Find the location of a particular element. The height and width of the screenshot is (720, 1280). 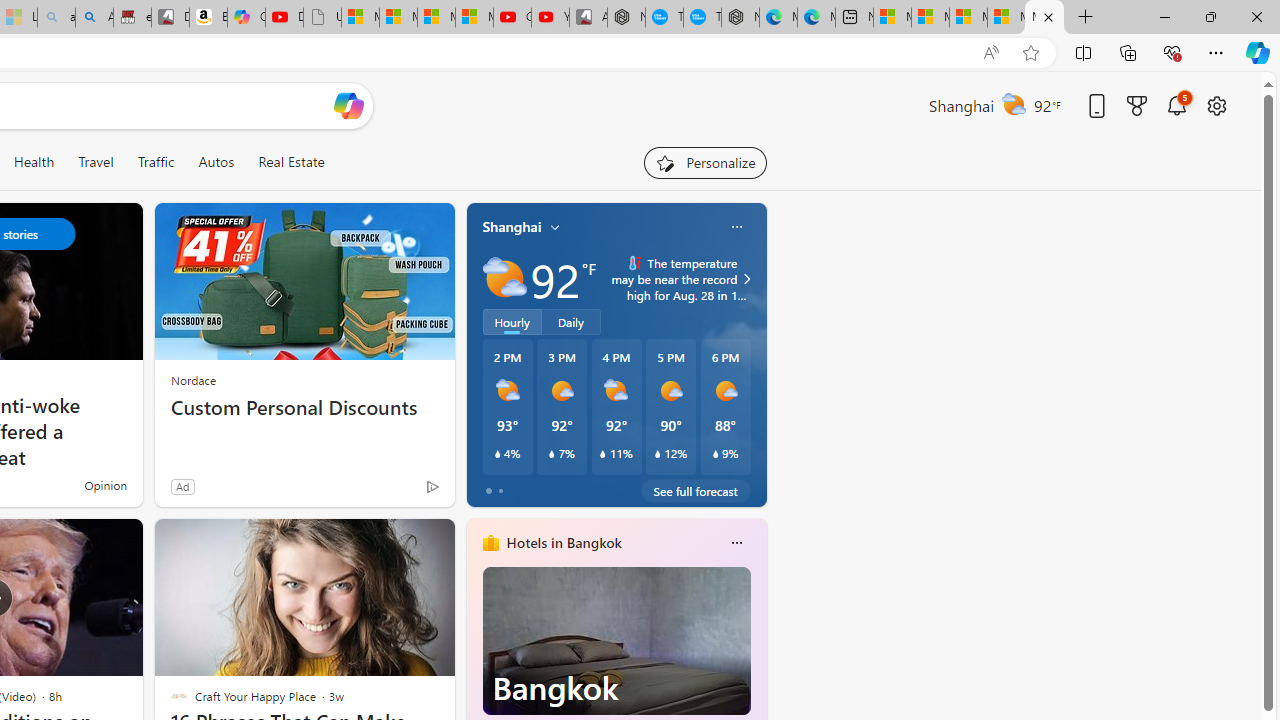

'Class: weather-current-precipitation-glyph' is located at coordinates (715, 453).